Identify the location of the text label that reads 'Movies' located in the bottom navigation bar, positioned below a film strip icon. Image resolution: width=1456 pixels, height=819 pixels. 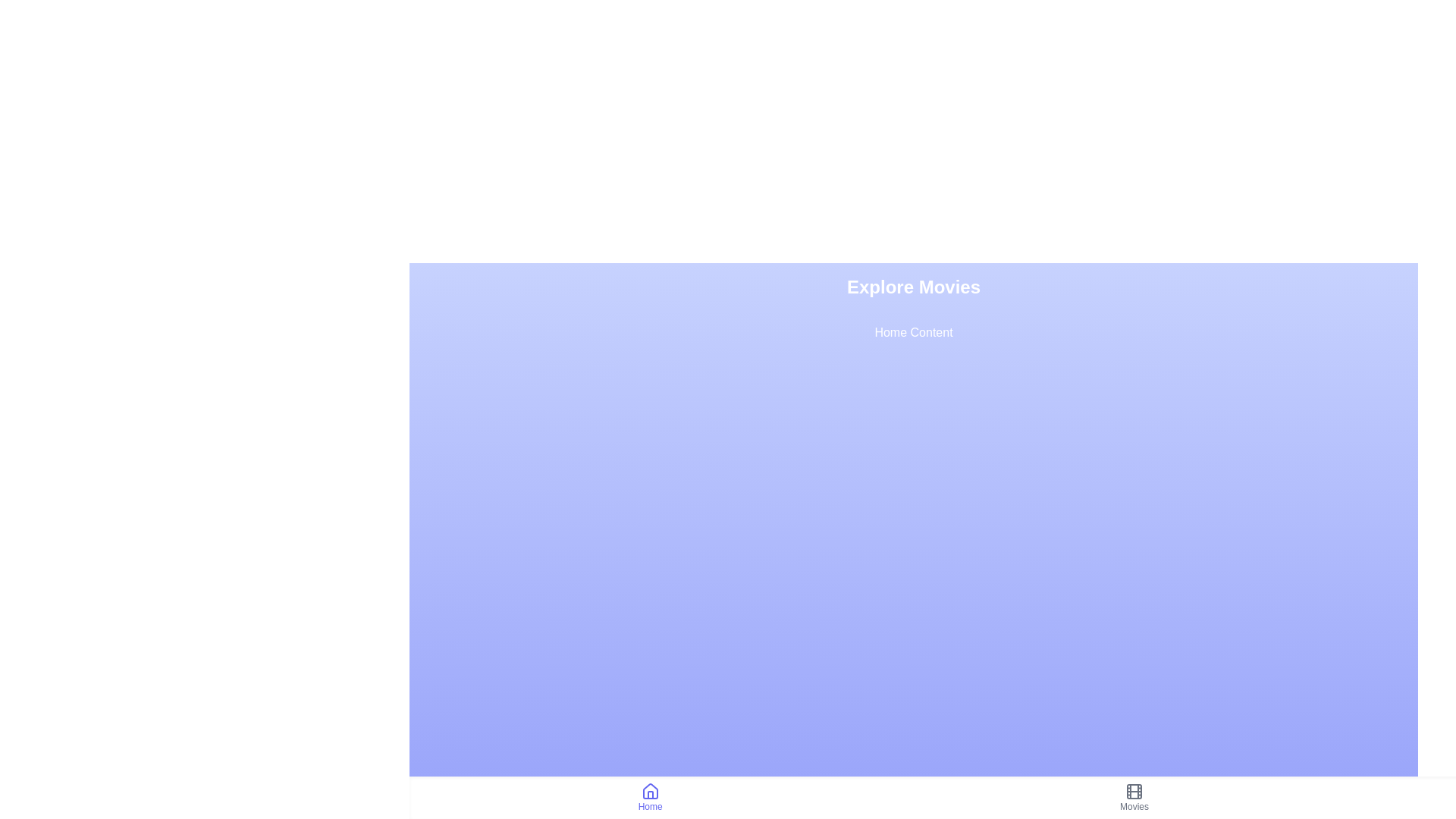
(1134, 806).